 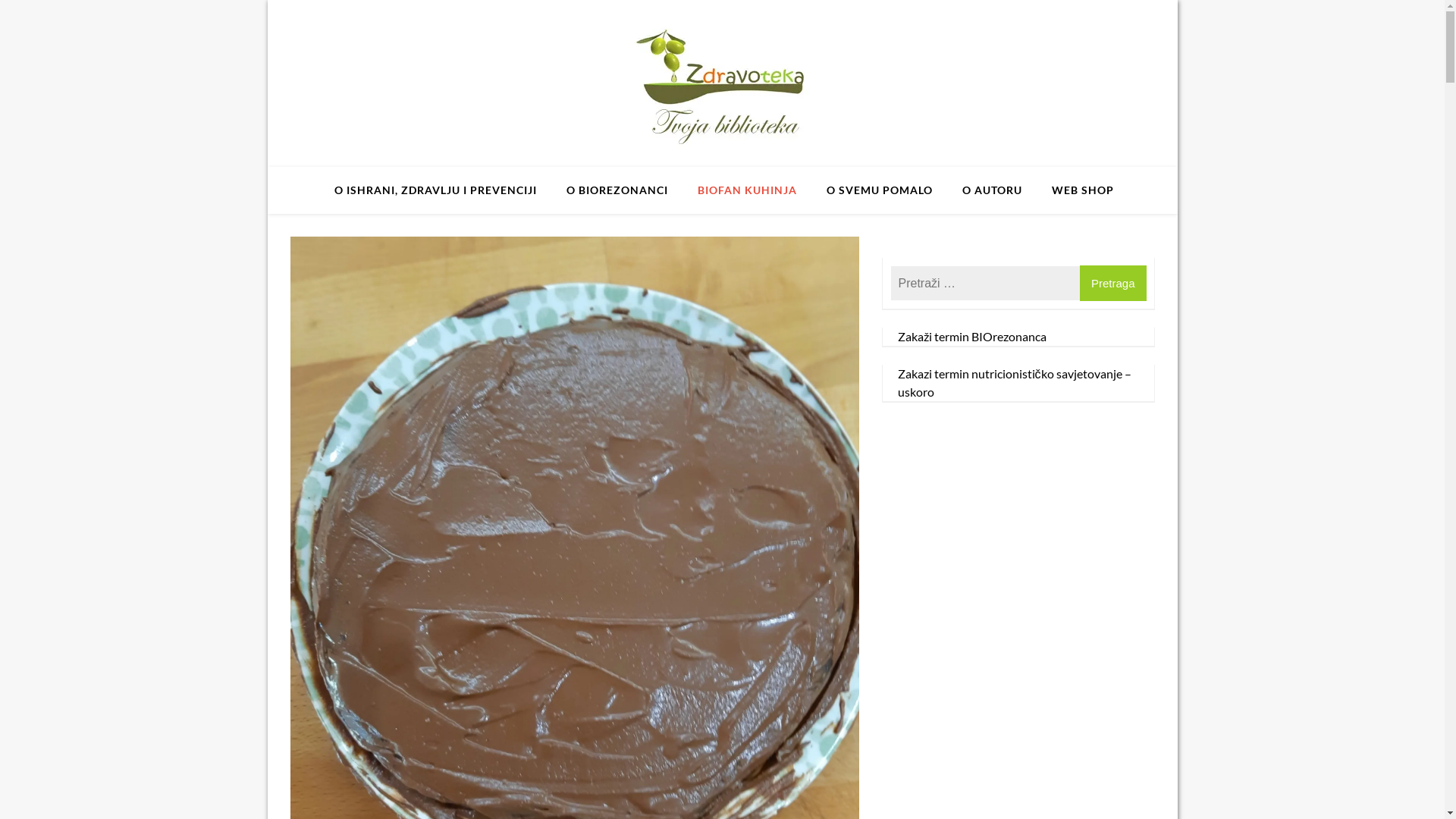 I want to click on 'Pretraga', so click(x=1113, y=283).